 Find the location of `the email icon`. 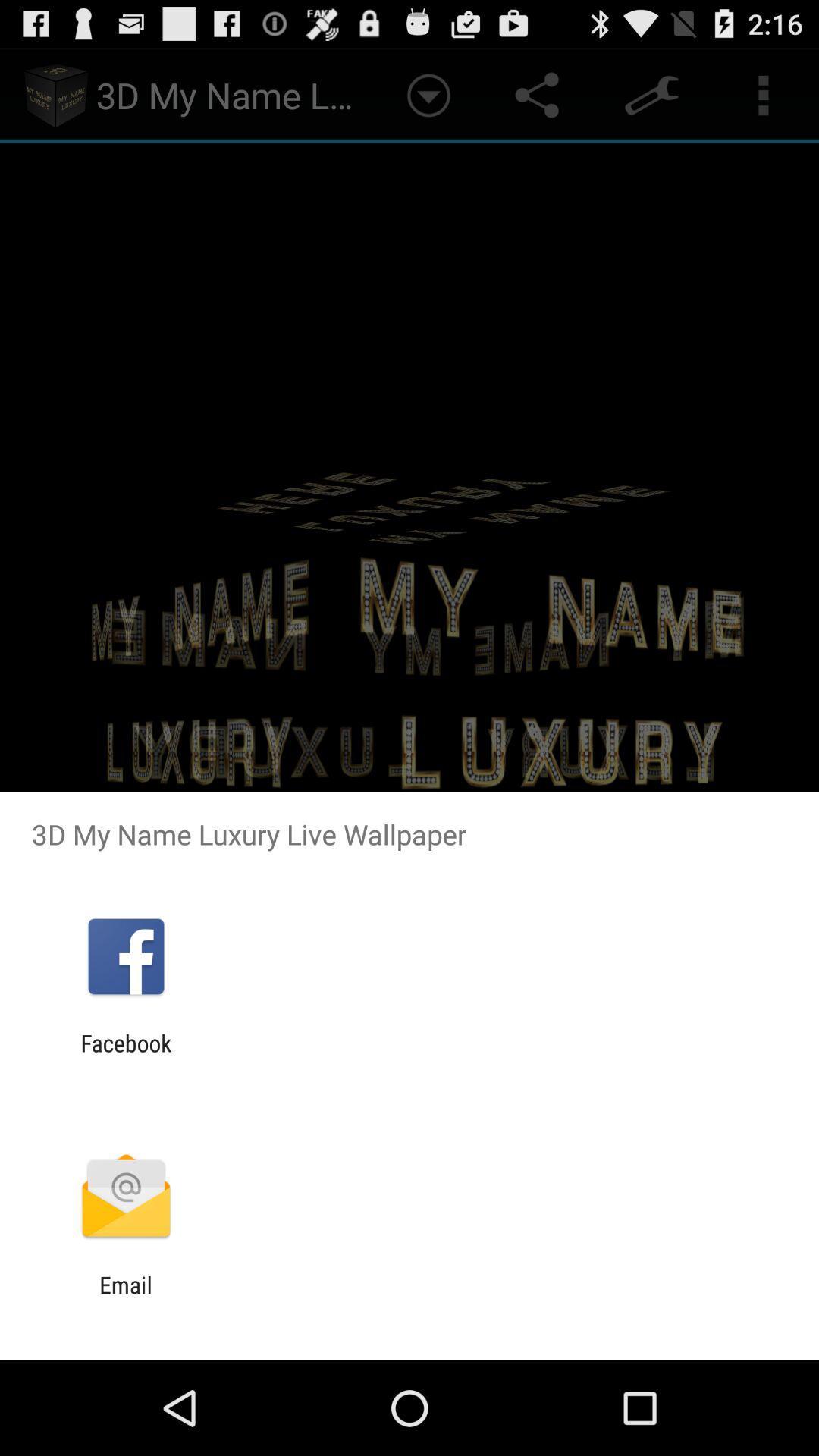

the email icon is located at coordinates (125, 1298).